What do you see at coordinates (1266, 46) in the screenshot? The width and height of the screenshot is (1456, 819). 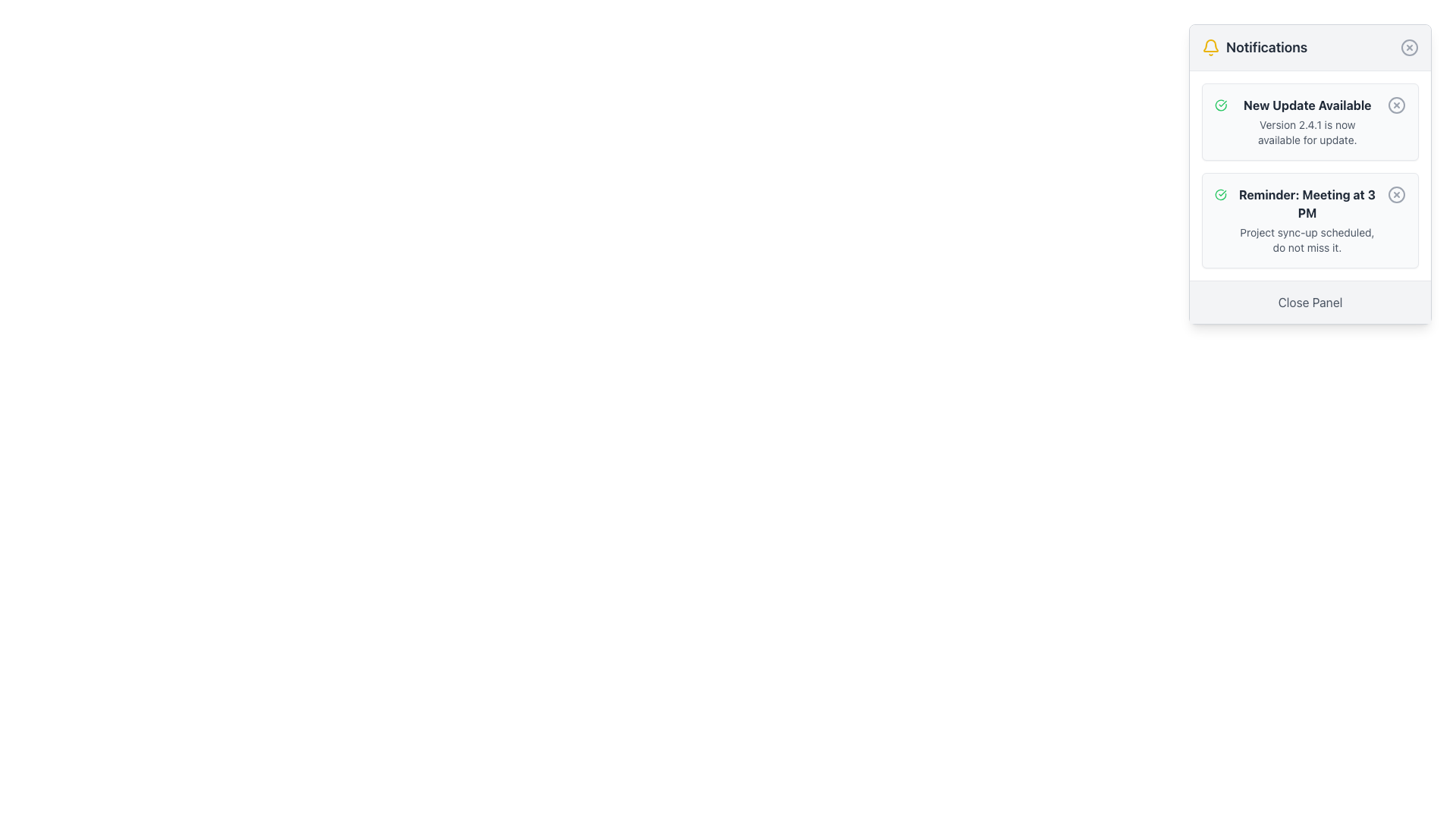 I see `the 'Notifications' text element, which is styled in bold gray and serves as the header for the notification panel, located to the right of a bell icon` at bounding box center [1266, 46].